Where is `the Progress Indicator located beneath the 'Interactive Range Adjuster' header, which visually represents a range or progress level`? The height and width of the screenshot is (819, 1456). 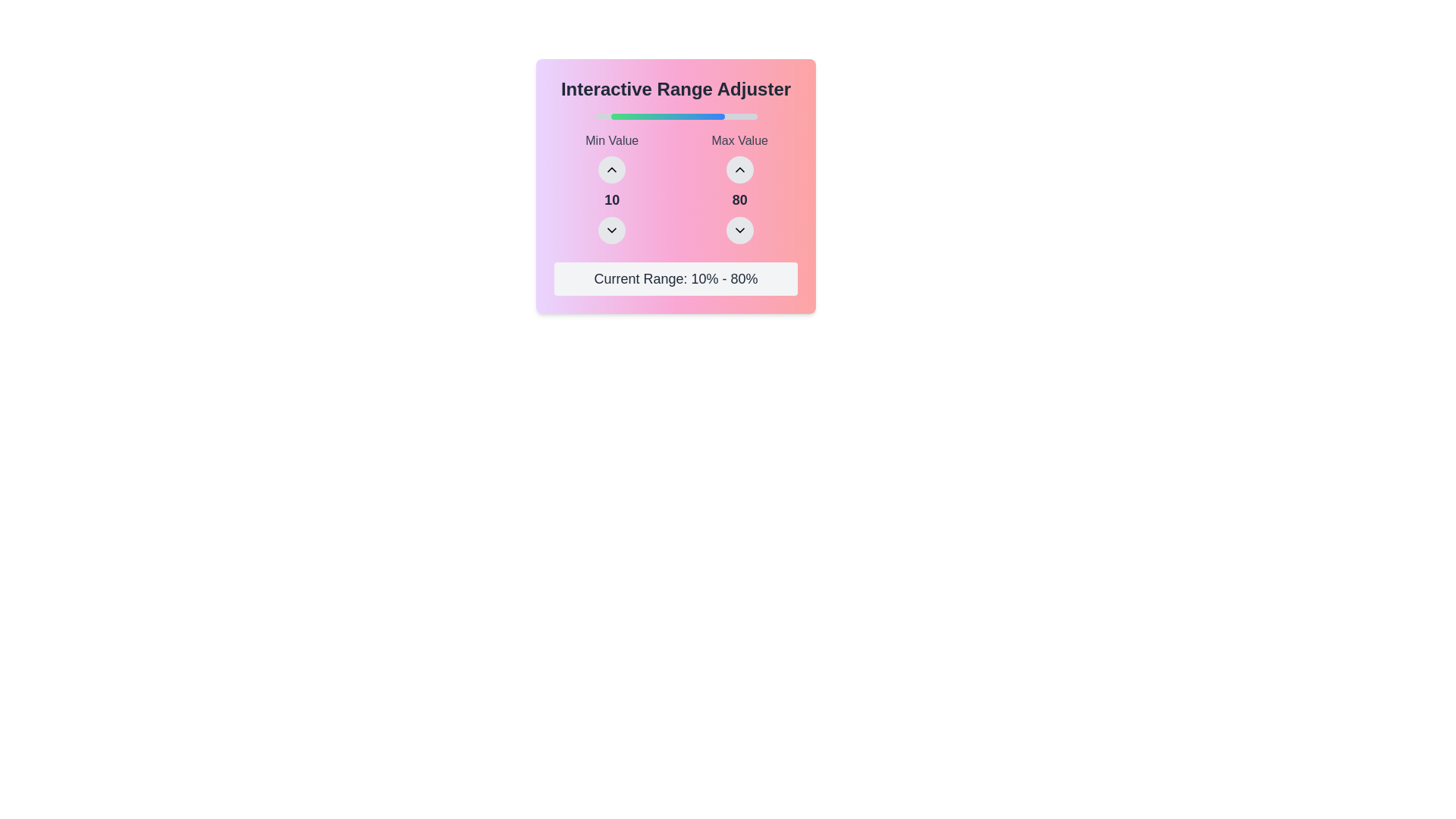
the Progress Indicator located beneath the 'Interactive Range Adjuster' header, which visually represents a range or progress level is located at coordinates (675, 116).